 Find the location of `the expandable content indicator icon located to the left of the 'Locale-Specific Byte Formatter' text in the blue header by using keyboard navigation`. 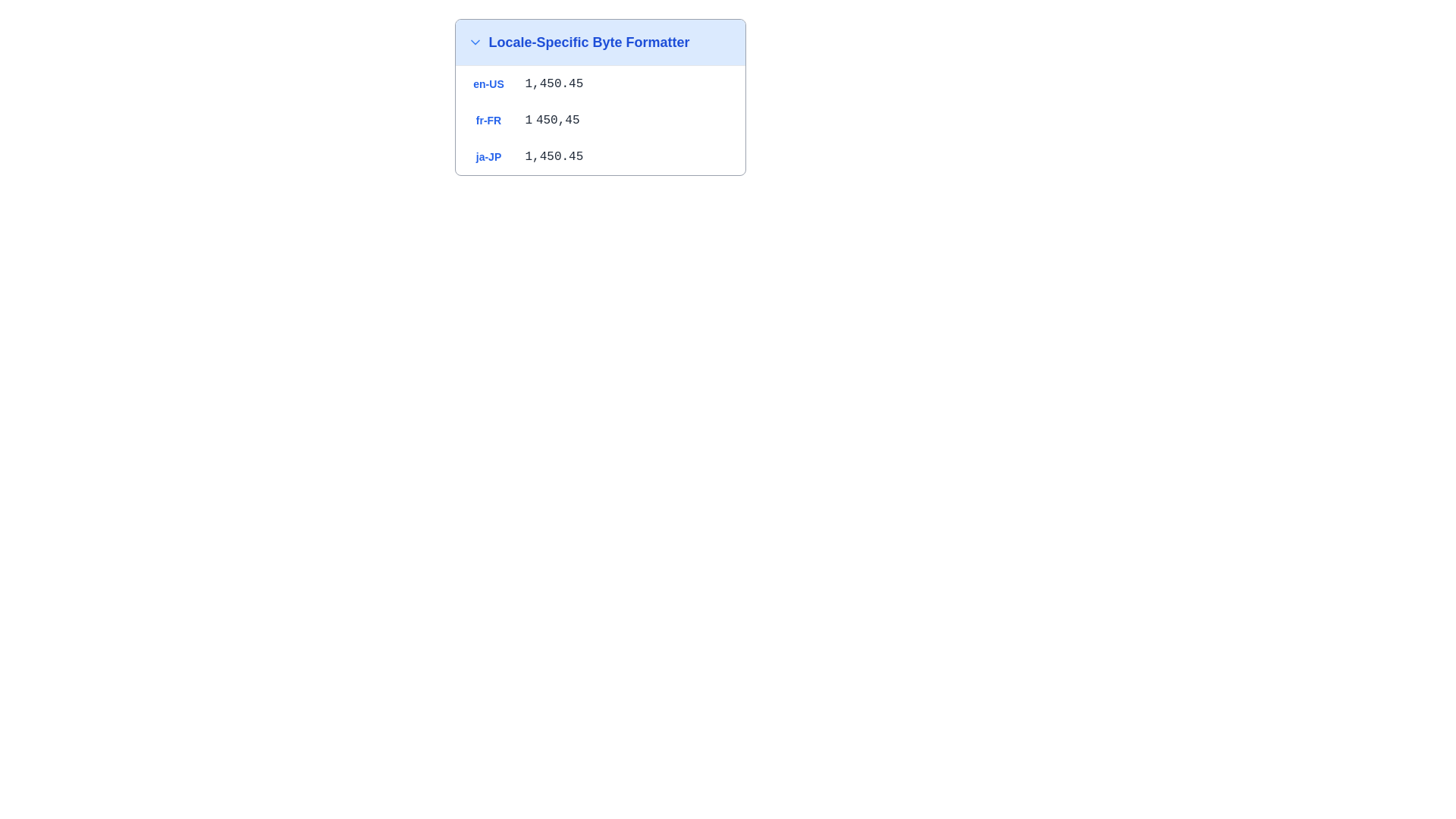

the expandable content indicator icon located to the left of the 'Locale-Specific Byte Formatter' text in the blue header by using keyboard navigation is located at coordinates (474, 42).